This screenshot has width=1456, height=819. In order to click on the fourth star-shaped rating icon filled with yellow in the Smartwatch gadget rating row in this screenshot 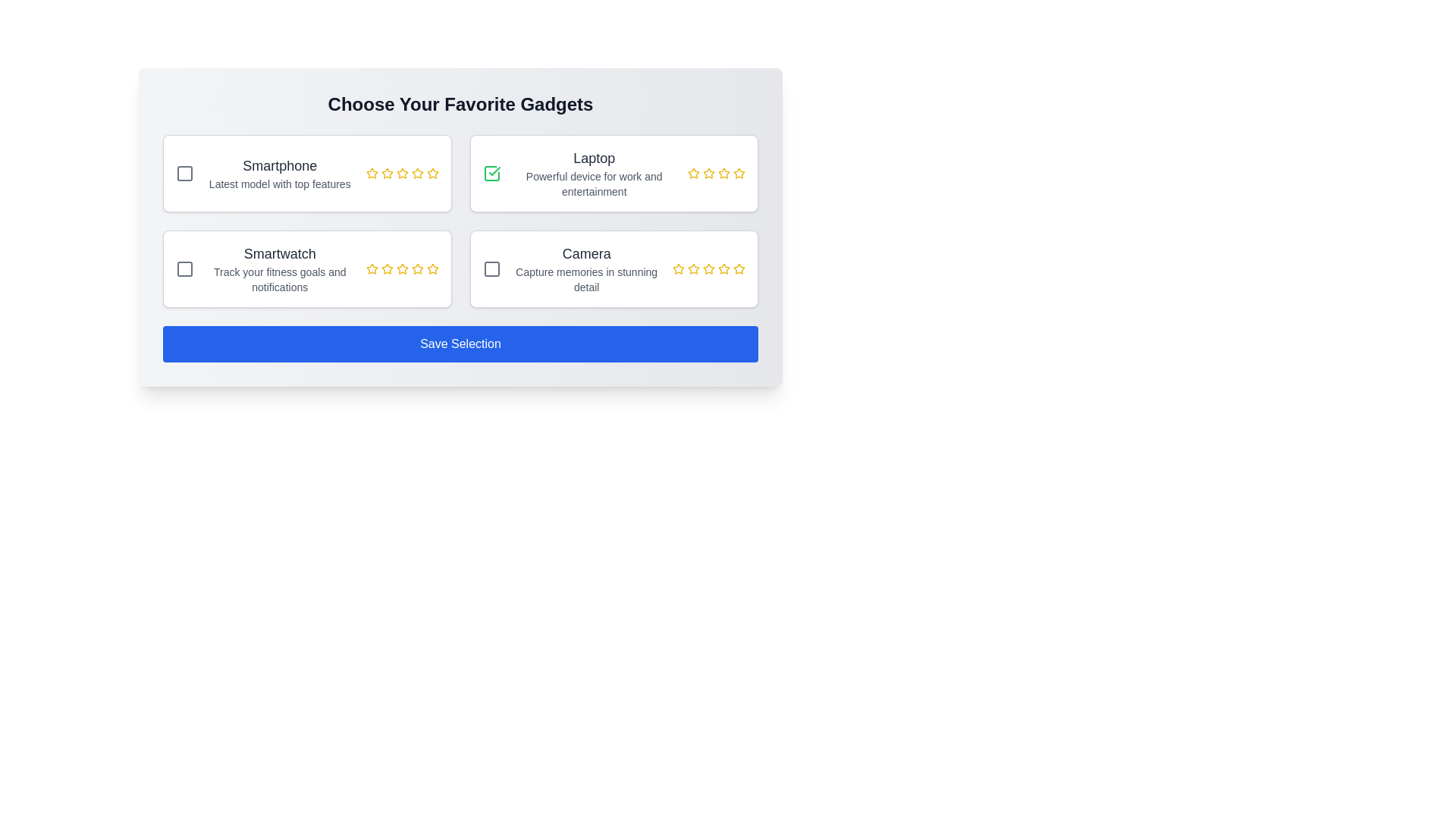, I will do `click(402, 268)`.